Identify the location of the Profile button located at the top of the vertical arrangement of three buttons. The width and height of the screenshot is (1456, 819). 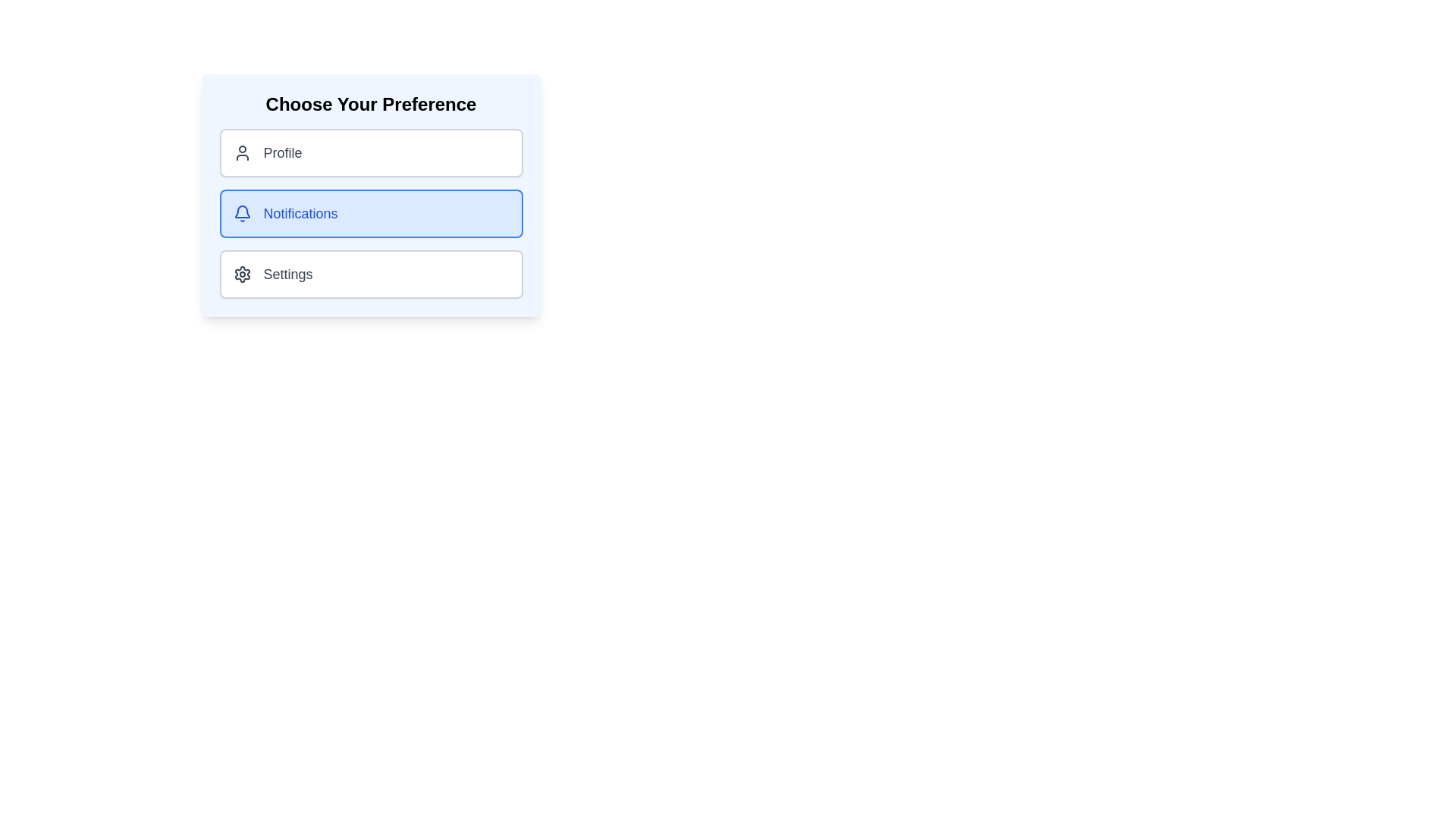
(371, 152).